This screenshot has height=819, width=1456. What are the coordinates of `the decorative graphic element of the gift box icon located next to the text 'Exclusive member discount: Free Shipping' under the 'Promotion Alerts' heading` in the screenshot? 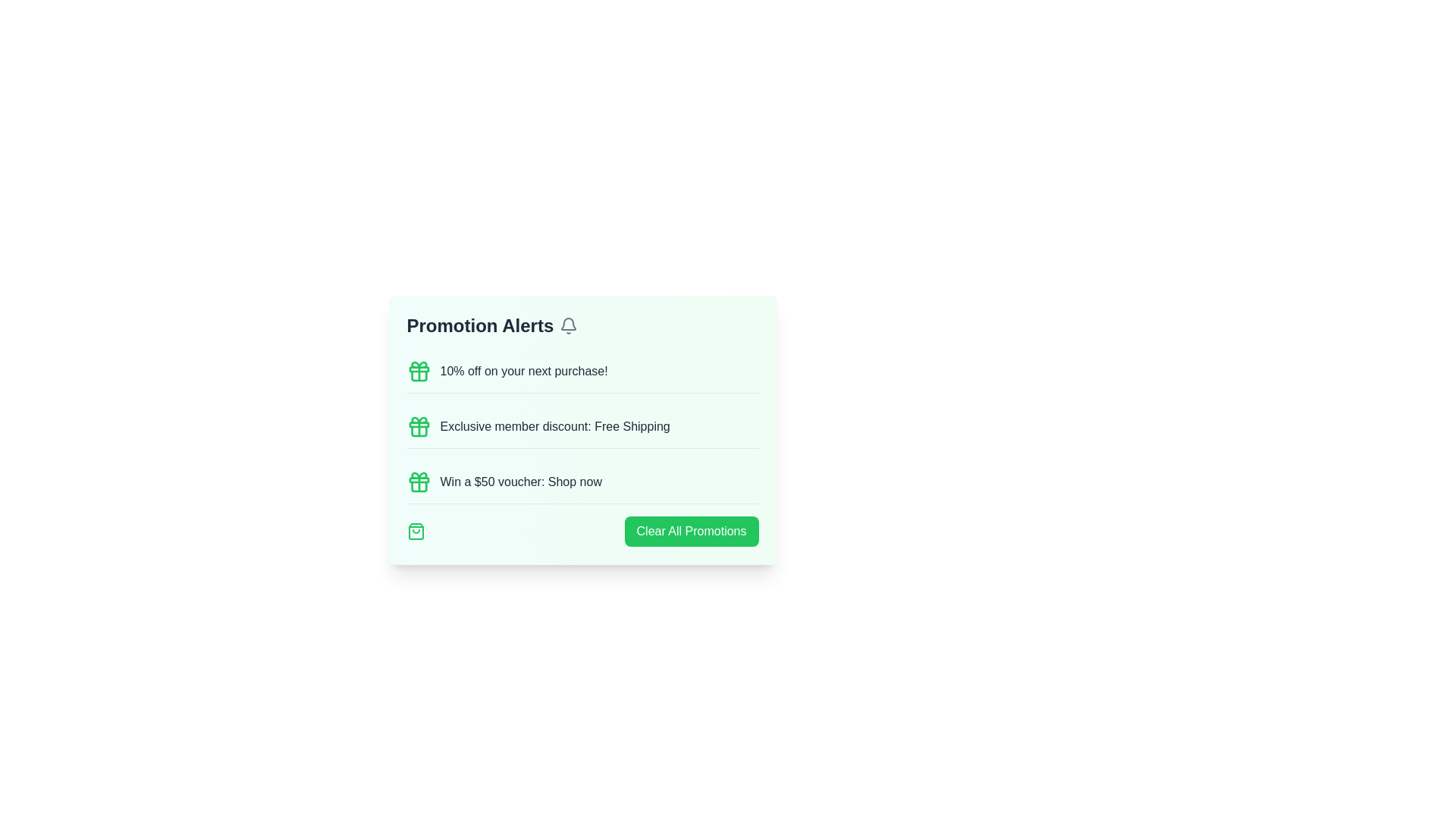 It's located at (419, 431).